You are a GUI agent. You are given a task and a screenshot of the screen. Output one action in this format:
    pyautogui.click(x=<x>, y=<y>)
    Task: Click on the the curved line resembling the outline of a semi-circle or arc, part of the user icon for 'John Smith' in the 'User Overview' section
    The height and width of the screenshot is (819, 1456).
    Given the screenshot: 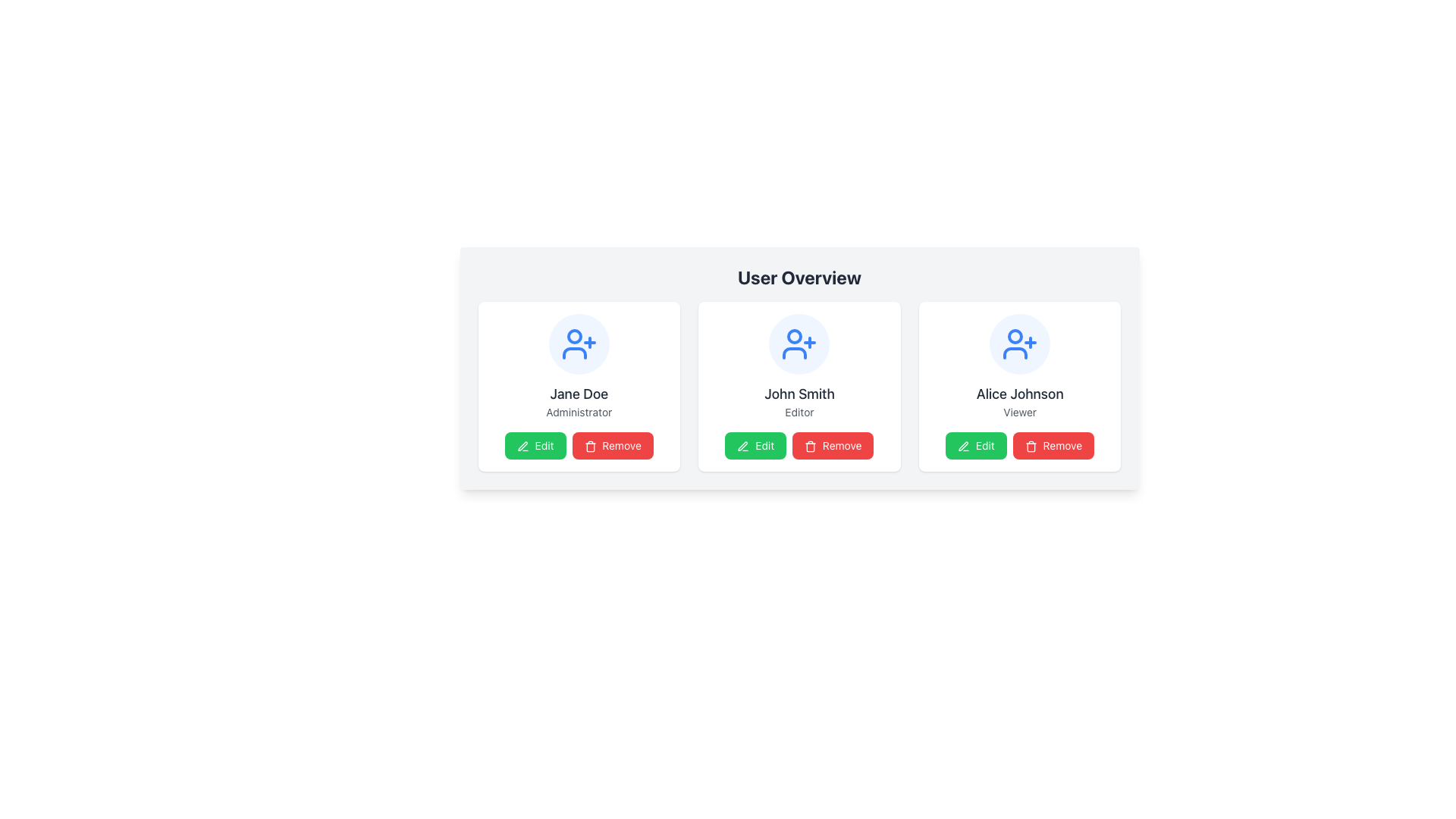 What is the action you would take?
    pyautogui.click(x=794, y=353)
    